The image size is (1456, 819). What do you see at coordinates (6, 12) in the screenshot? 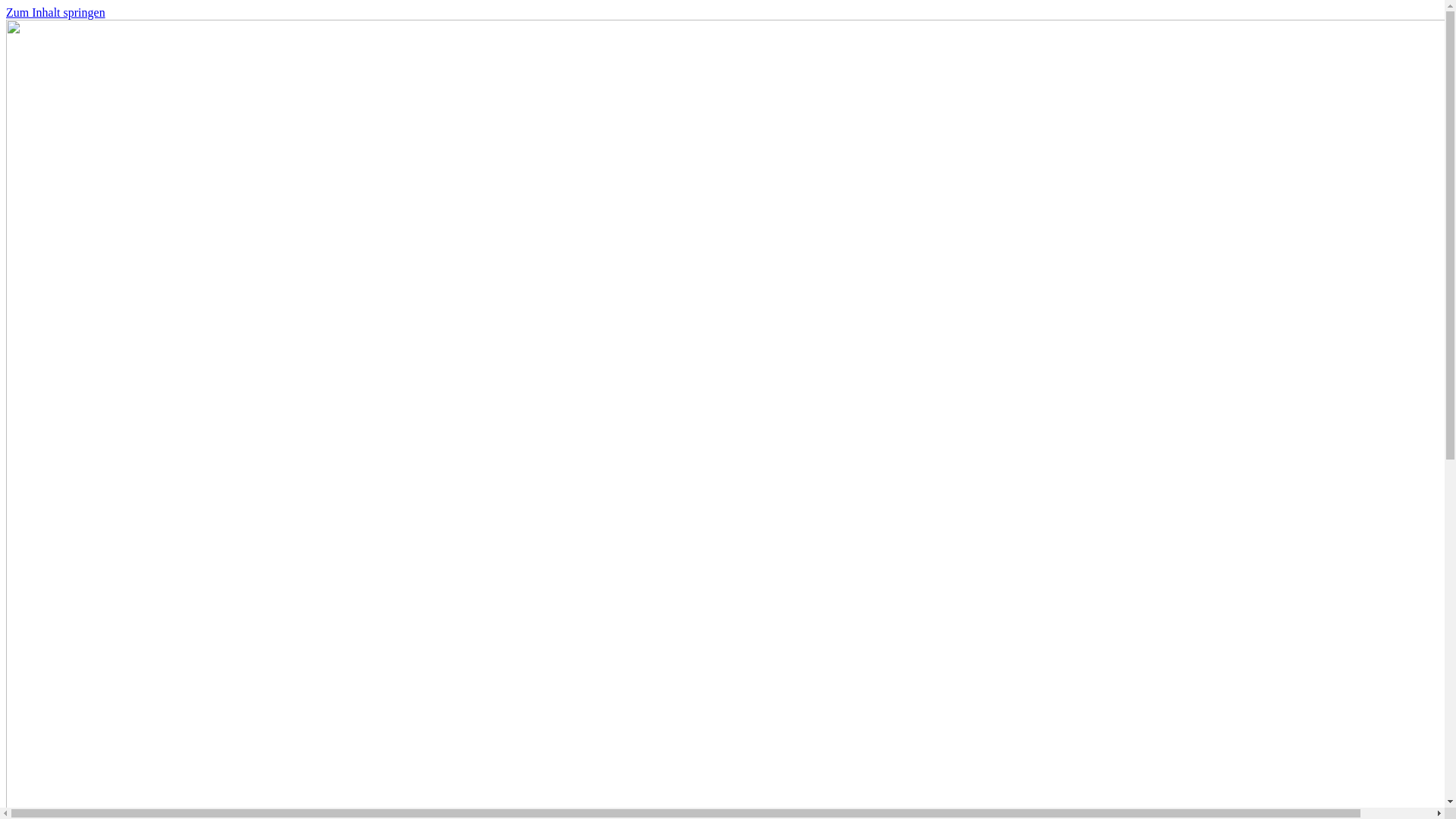
I see `'Zum Inhalt springen'` at bounding box center [6, 12].